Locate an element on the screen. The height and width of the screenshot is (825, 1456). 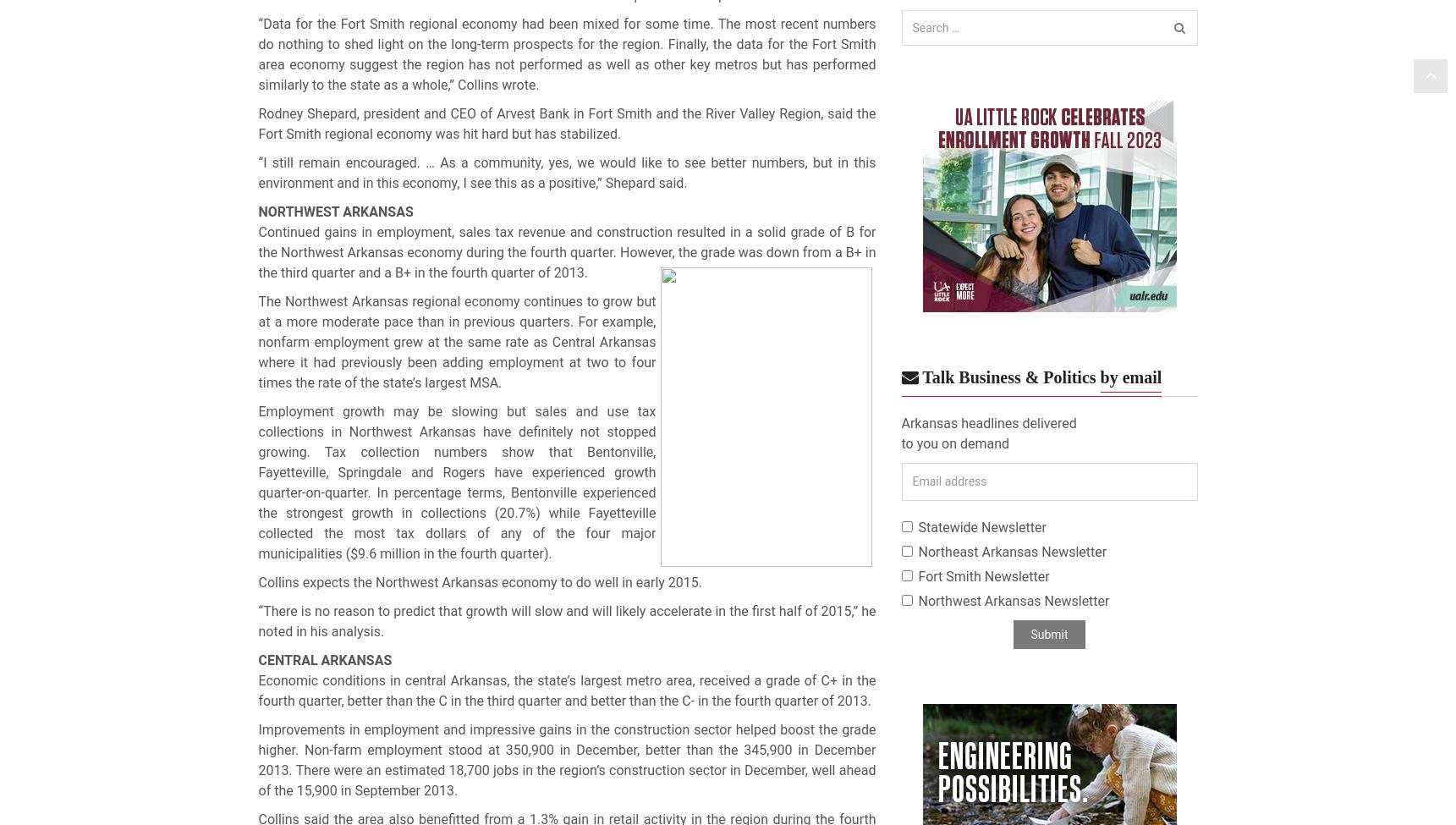
'Submit' is located at coordinates (1029, 632).